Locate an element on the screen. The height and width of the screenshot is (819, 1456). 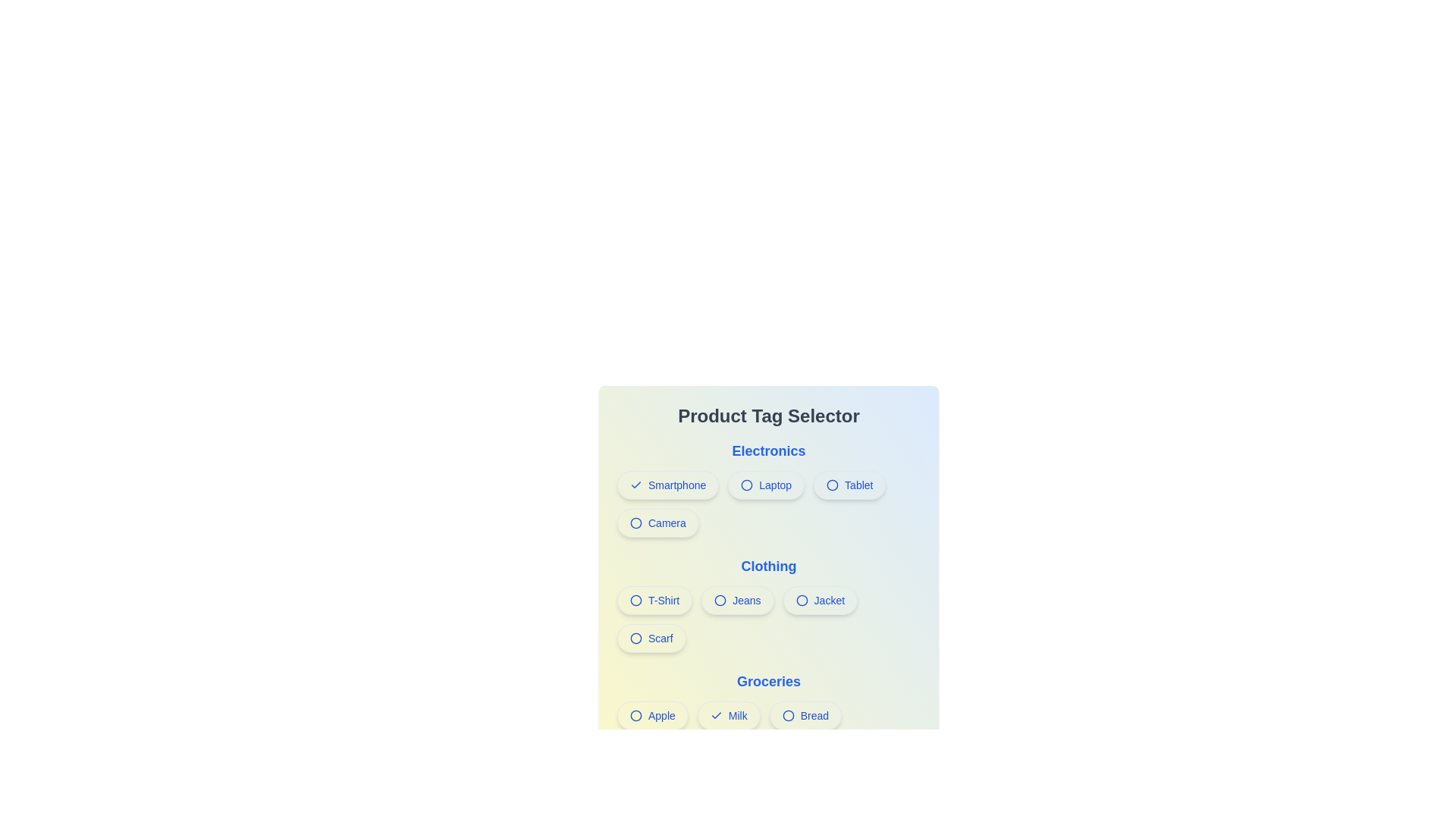
the first SVG circle representing the selectable state of the 'Scarf' tag located in the bottom-left part of the 'Clothing' section is located at coordinates (636, 638).